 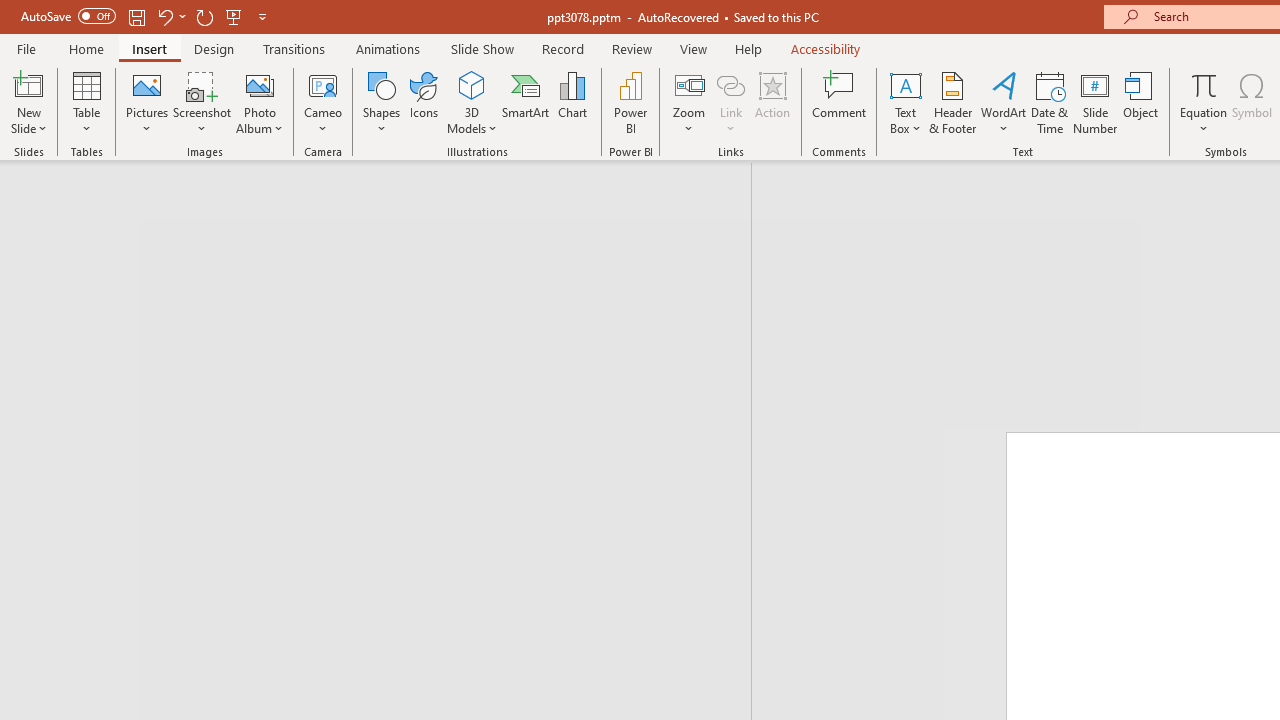 What do you see at coordinates (471, 103) in the screenshot?
I see `'3D Models'` at bounding box center [471, 103].